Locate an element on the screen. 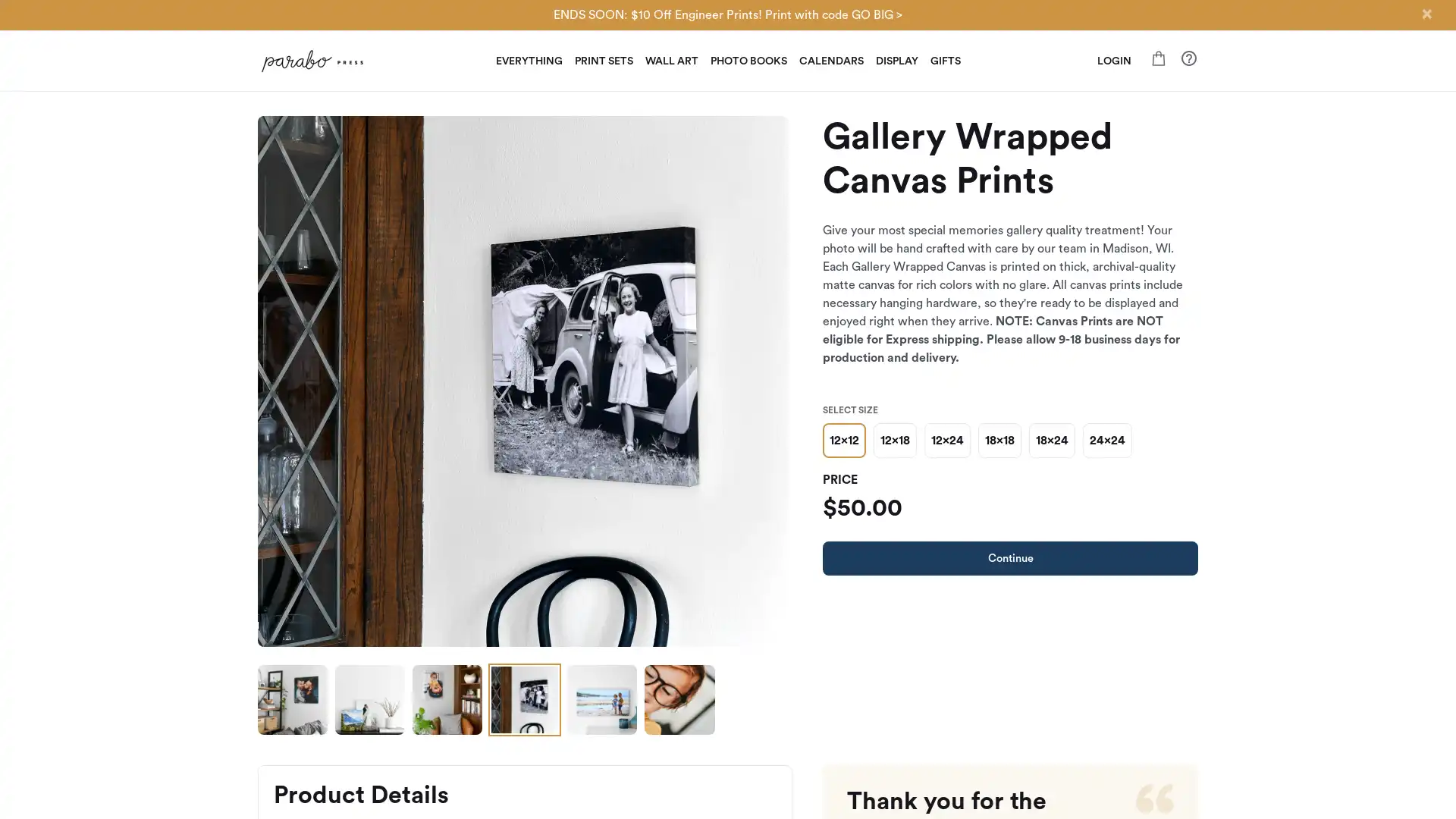 This screenshot has height=819, width=1456. Continue is located at coordinates (1010, 558).